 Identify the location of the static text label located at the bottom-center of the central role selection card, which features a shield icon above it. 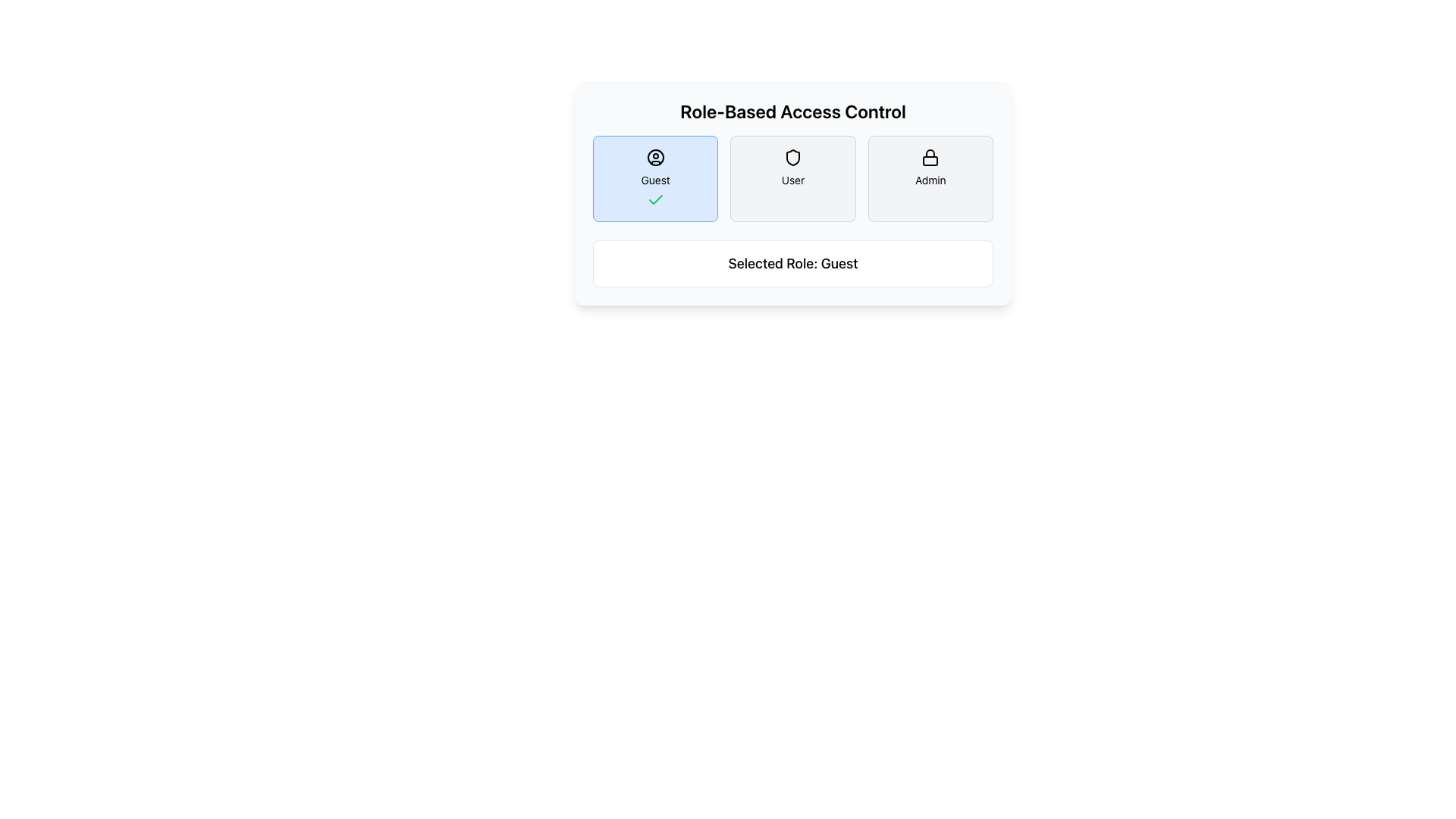
(792, 180).